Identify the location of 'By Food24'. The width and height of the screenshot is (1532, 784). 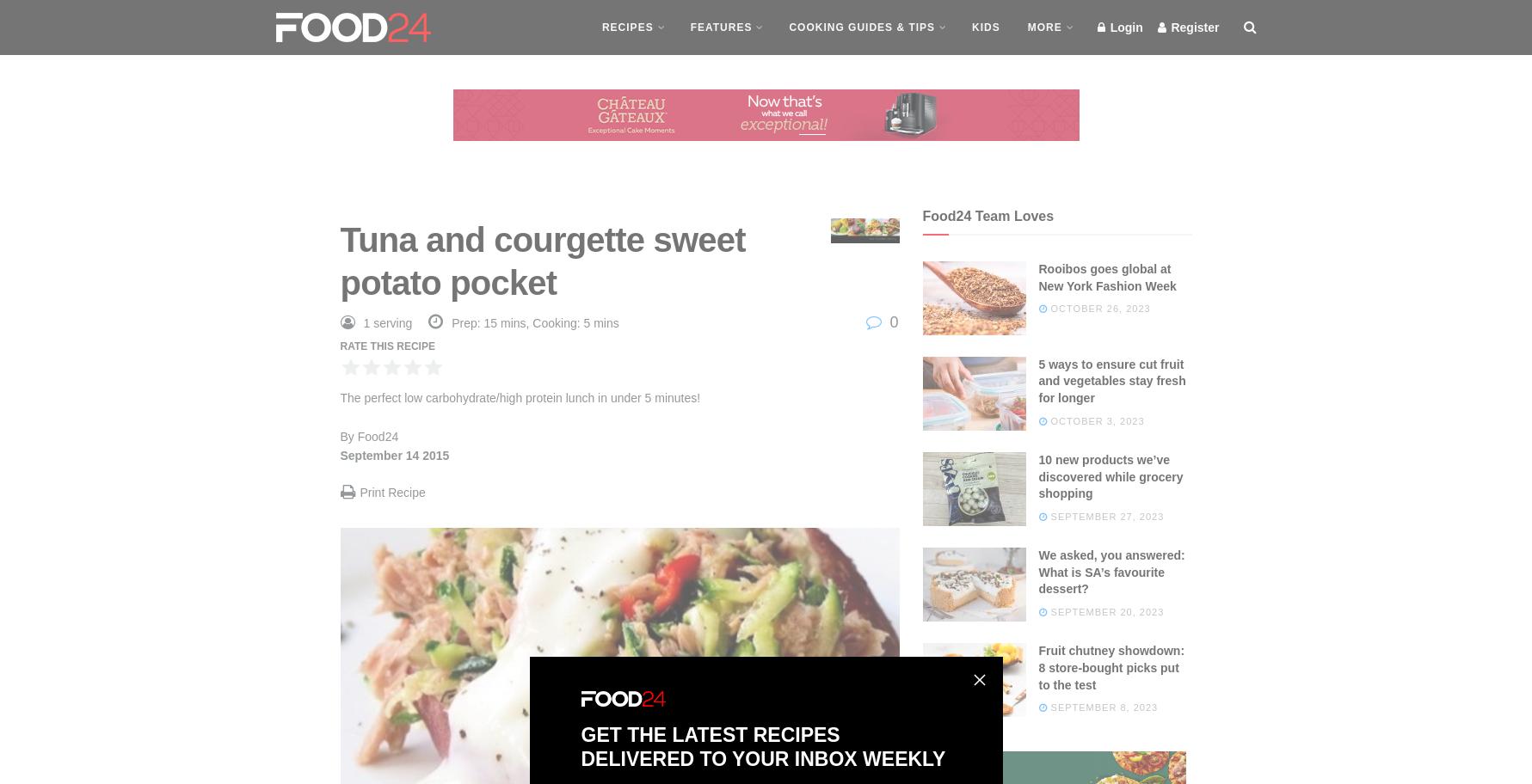
(368, 434).